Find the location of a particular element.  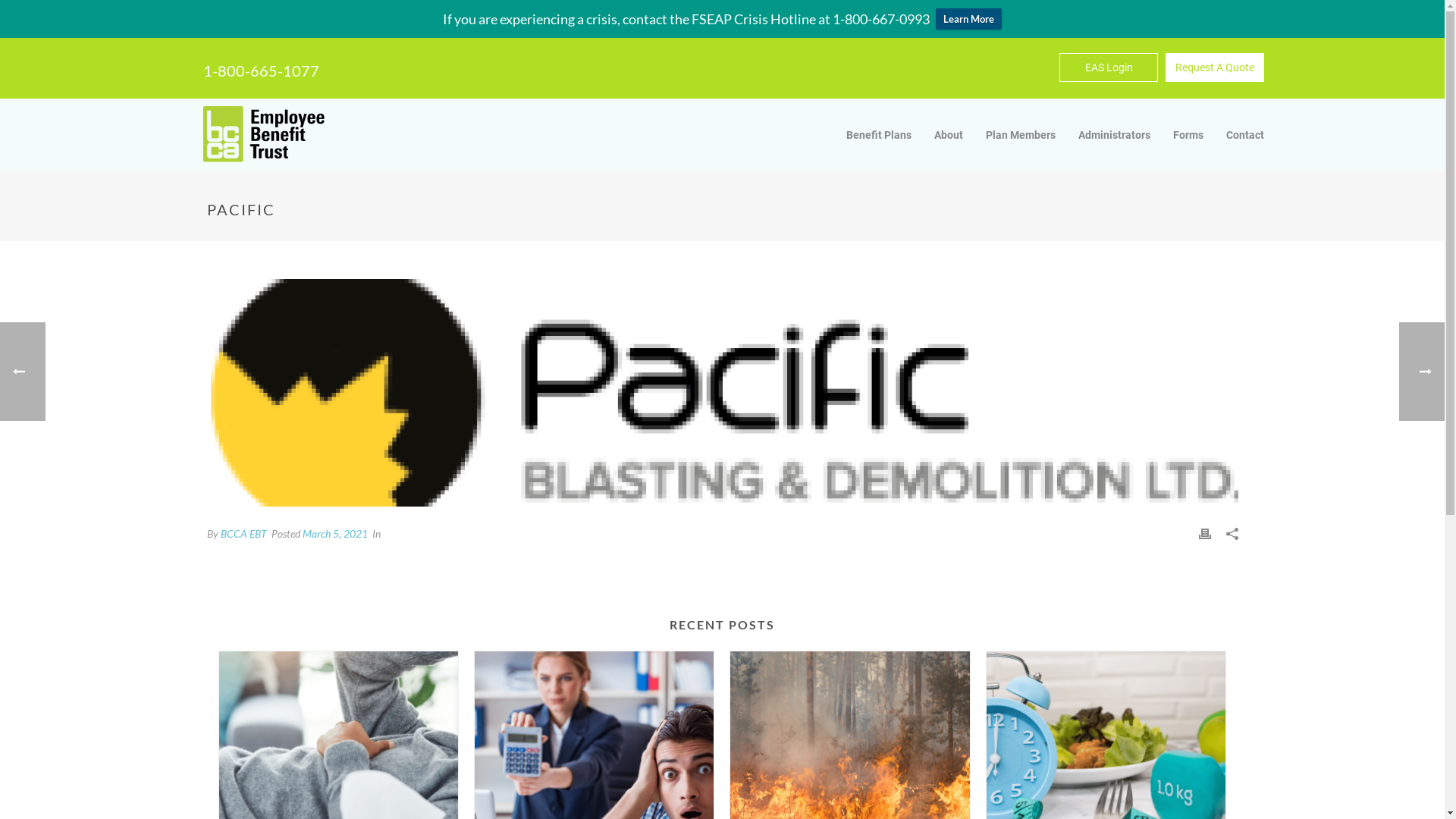

'Contact' is located at coordinates (1244, 133).